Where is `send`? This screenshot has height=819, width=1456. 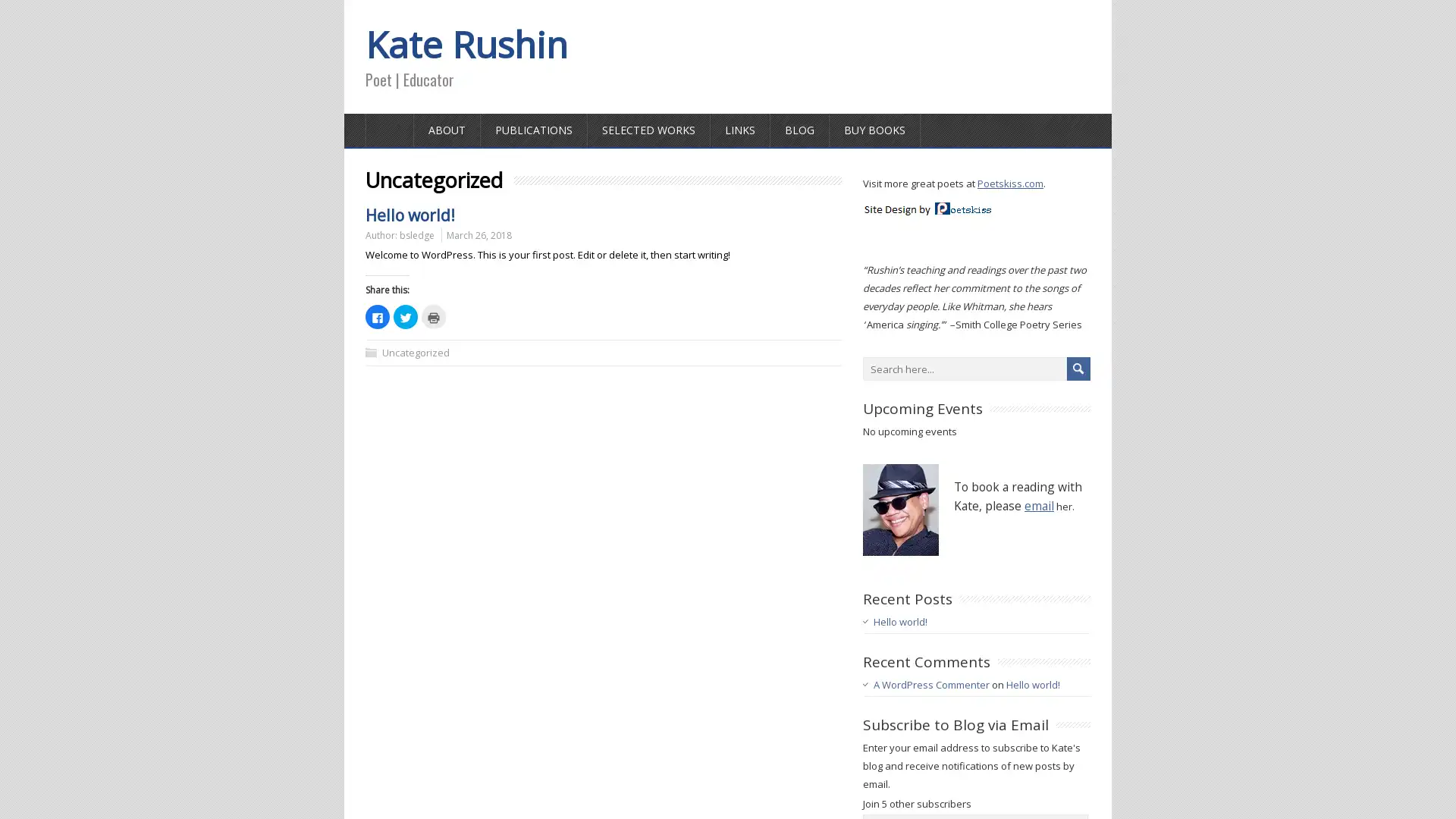 send is located at coordinates (1078, 369).